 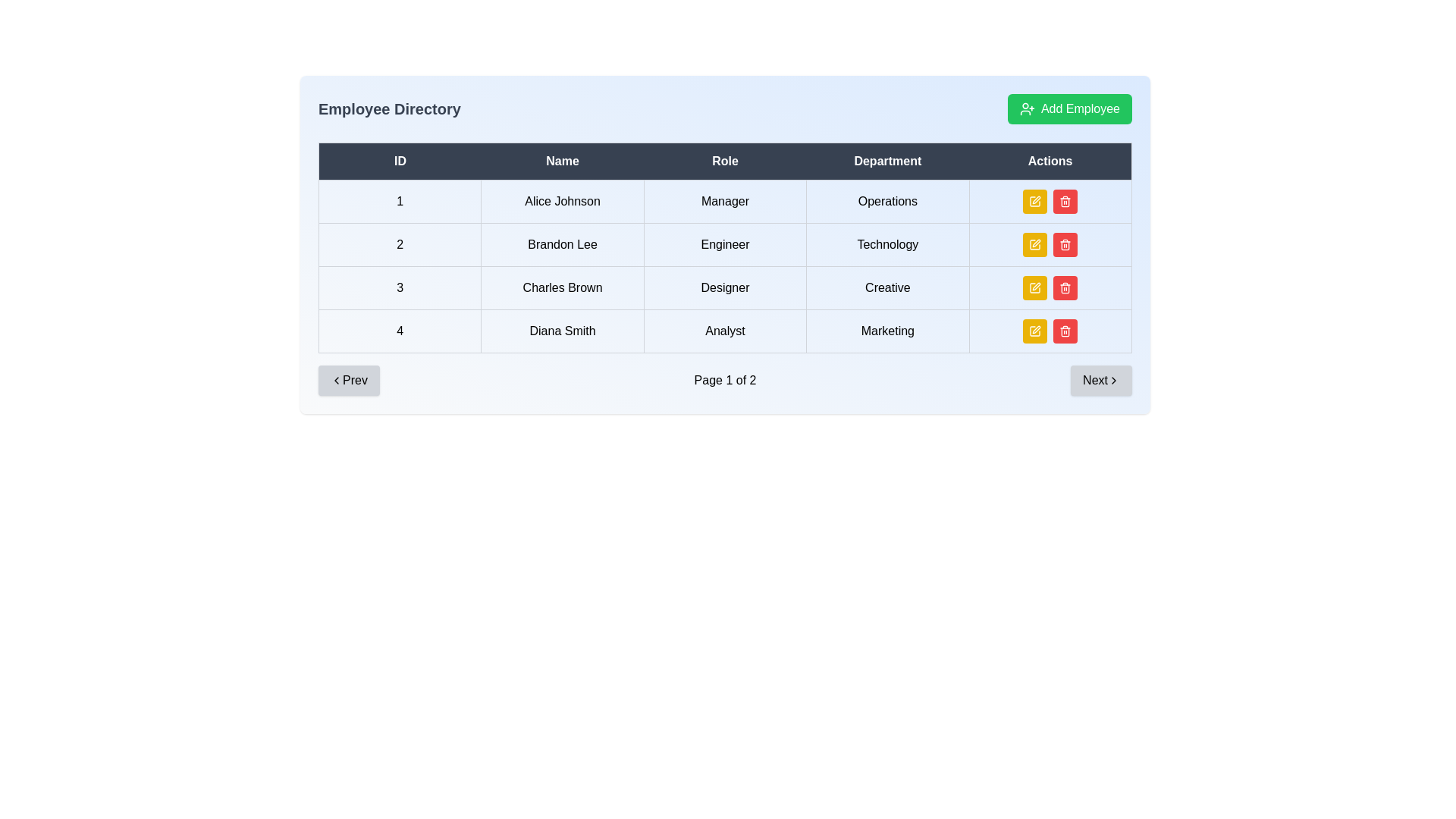 I want to click on number displayed in the Text label showing '1' located in the first column of the employee directory, directly preceding the name 'Alice Johnson', so click(x=400, y=201).